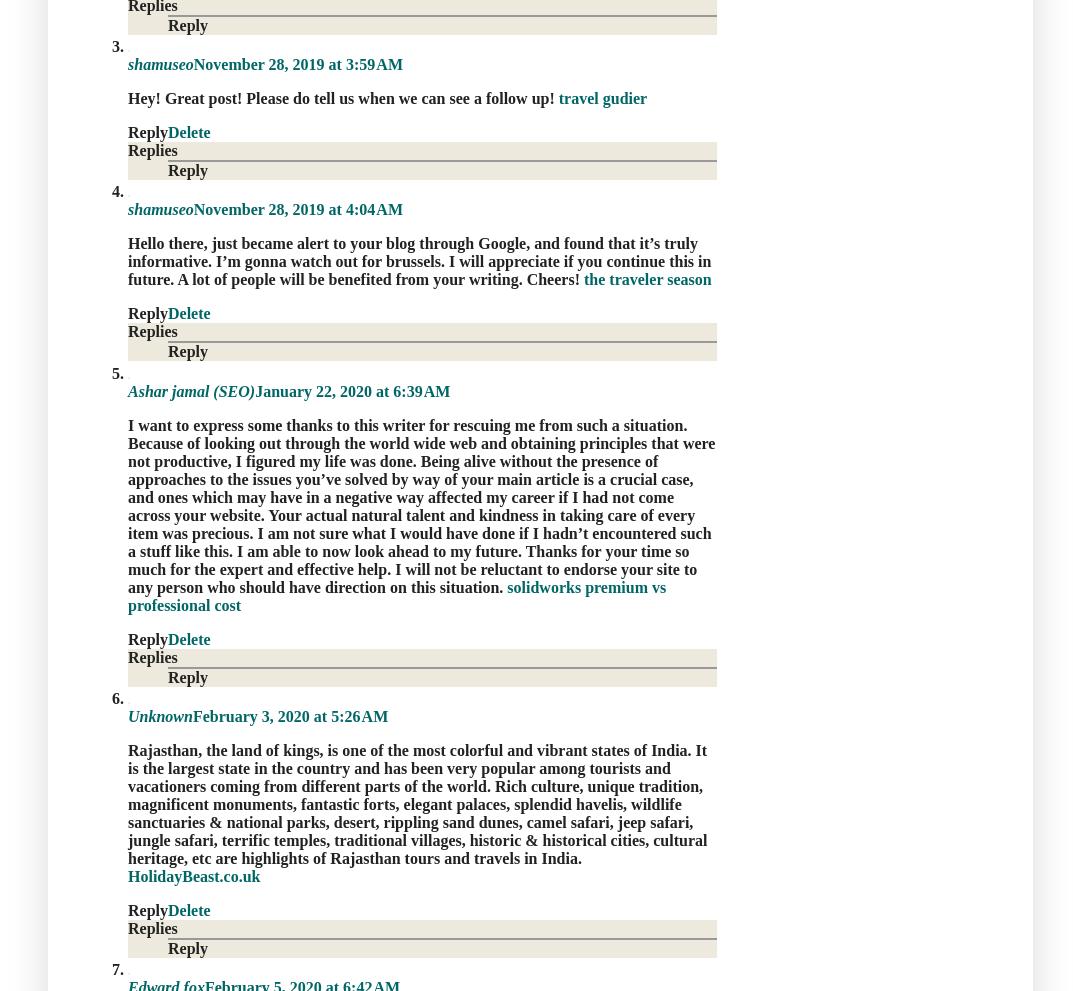 The image size is (1073, 991). What do you see at coordinates (421, 505) in the screenshot?
I see `'I want to express some thanks to this writer for rescuing me from such a situation. Because of looking out through the world wide web and obtaining principles that were not productive, I figured my life was done. Being alive without the presence of approaches to the issues you’ve solved by way of your main article is a crucial case, and ones which may have in a negative way affected my career if I had not come across your website. Your actual natural talent and kindness in taking care of every item was precious. I am not sure what I would have done if I hadn’t encountered such a stuff like this. I am able to now look ahead to my future. Thanks for your time so much for the expert and effective help. I will not be reluctant to endorse your site to any person who should have direction on this situation.'` at bounding box center [421, 505].